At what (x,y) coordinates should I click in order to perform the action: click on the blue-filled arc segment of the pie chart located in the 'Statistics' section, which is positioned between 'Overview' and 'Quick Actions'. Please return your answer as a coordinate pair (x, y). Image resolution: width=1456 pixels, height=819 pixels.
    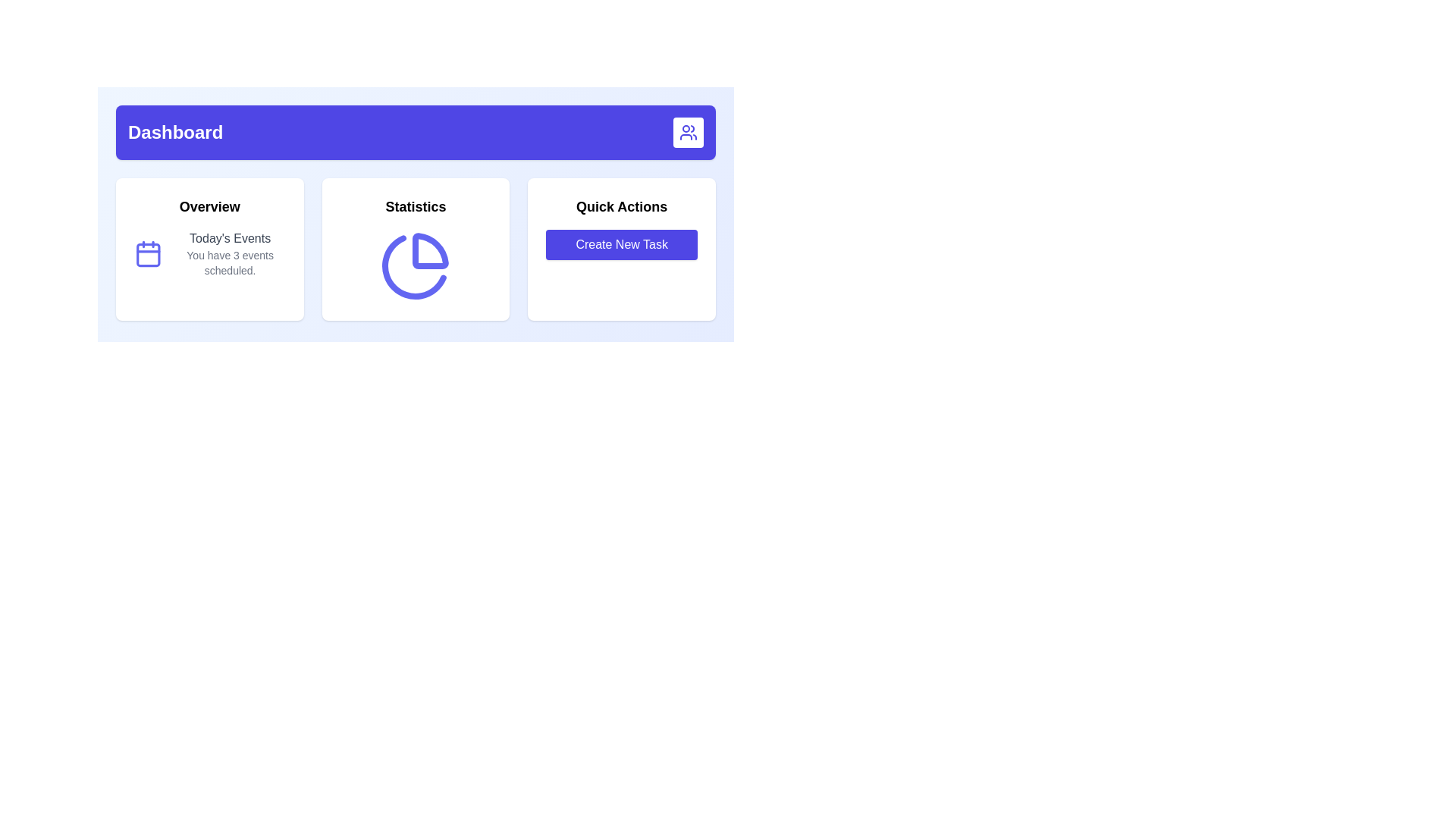
    Looking at the image, I should click on (414, 266).